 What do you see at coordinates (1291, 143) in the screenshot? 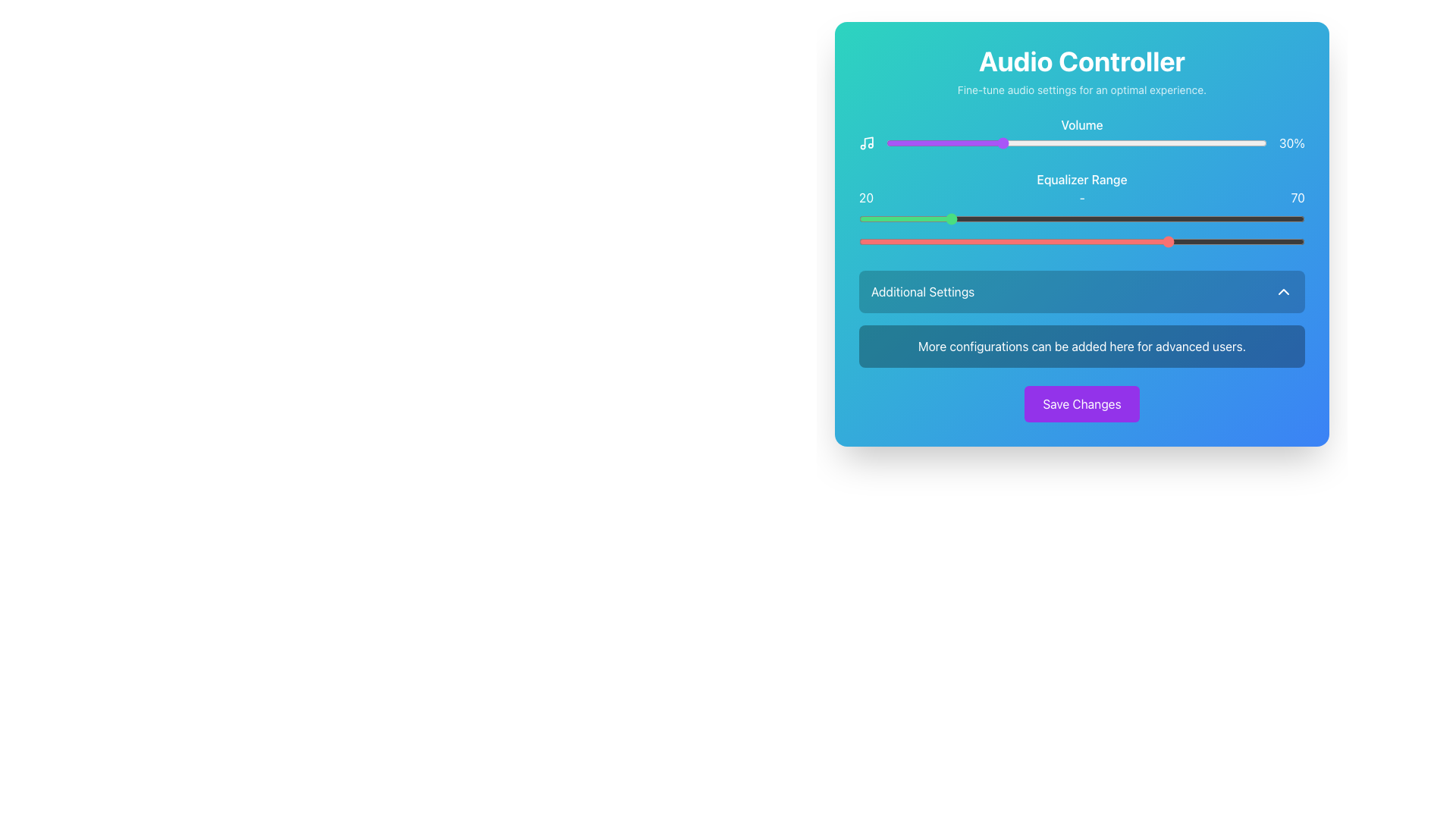
I see `the Text Label displaying '30%' which is located to the right of the Volume slider under the Audio Controller title` at bounding box center [1291, 143].